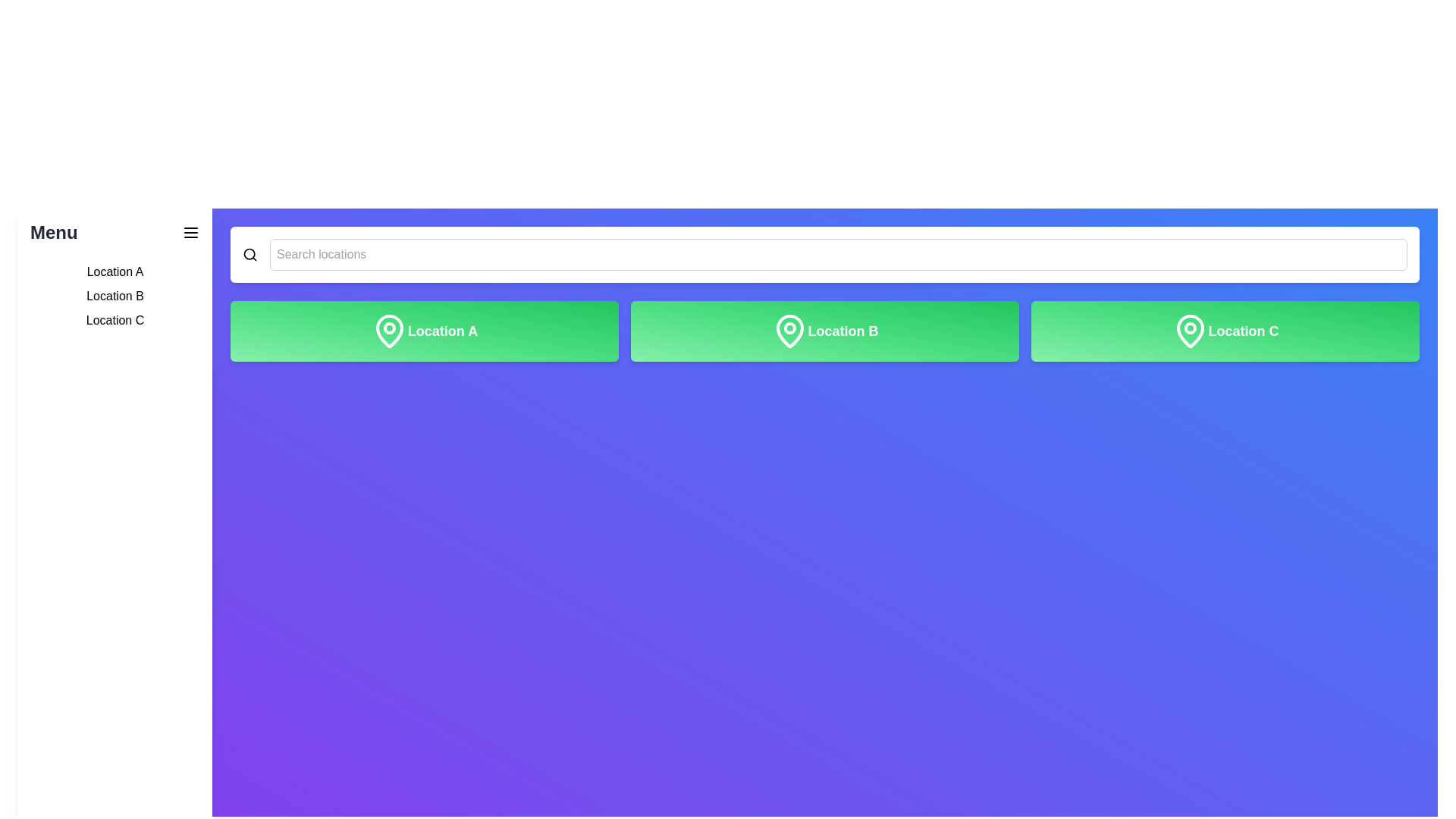 The height and width of the screenshot is (819, 1456). What do you see at coordinates (1189, 327) in the screenshot?
I see `graphical icon, which is a circular shape centered within a location marker icon, positioned to the right of a series of green rectangular buttons at the top of the interface` at bounding box center [1189, 327].